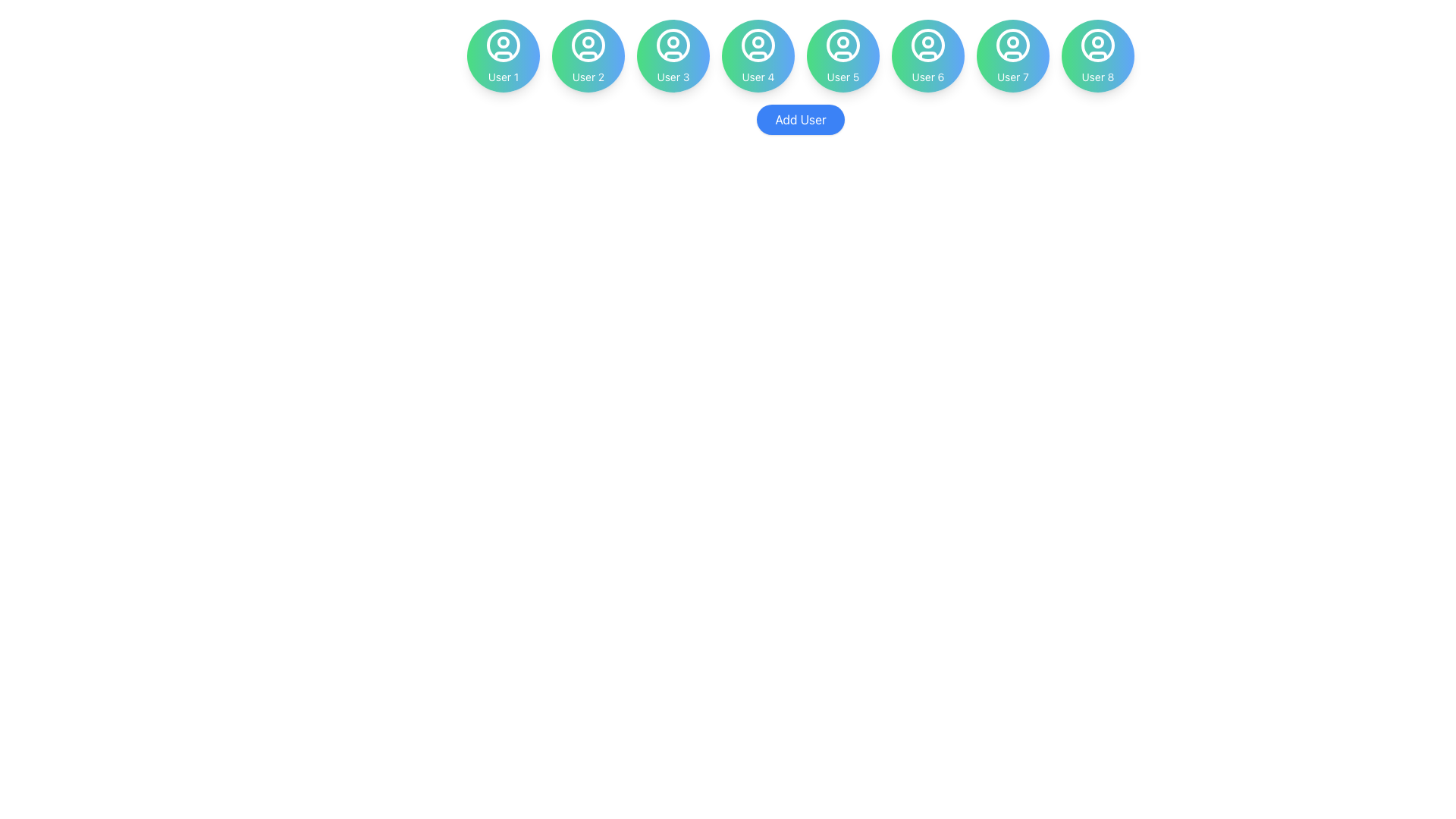 This screenshot has height=819, width=1456. Describe the element at coordinates (1012, 45) in the screenshot. I see `the Graphic Icon representing User 7 to view associated user information` at that location.